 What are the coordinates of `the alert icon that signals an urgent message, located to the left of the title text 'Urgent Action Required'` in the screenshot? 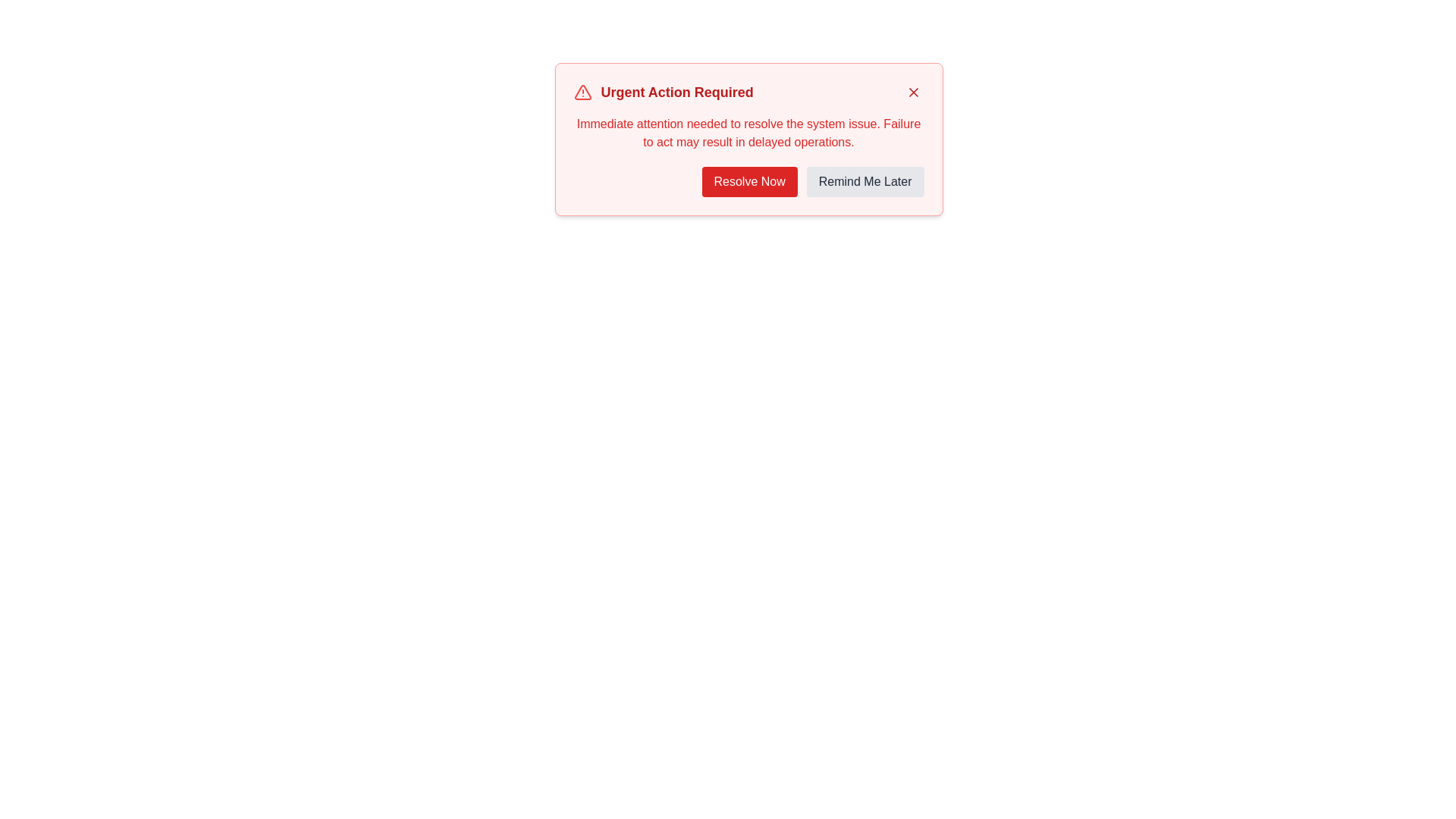 It's located at (582, 93).